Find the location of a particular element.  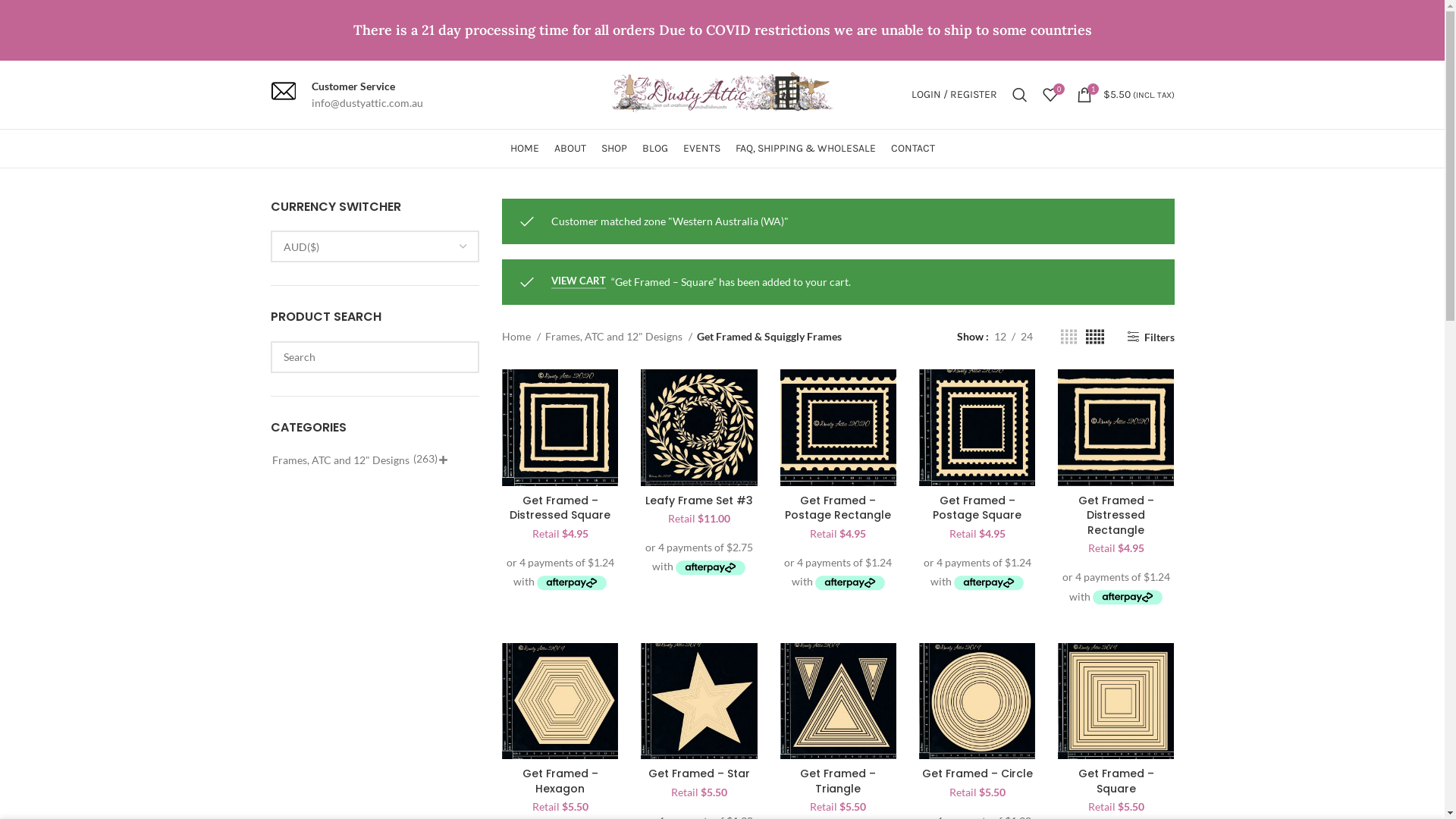

'VIEW CART' is located at coordinates (578, 281).